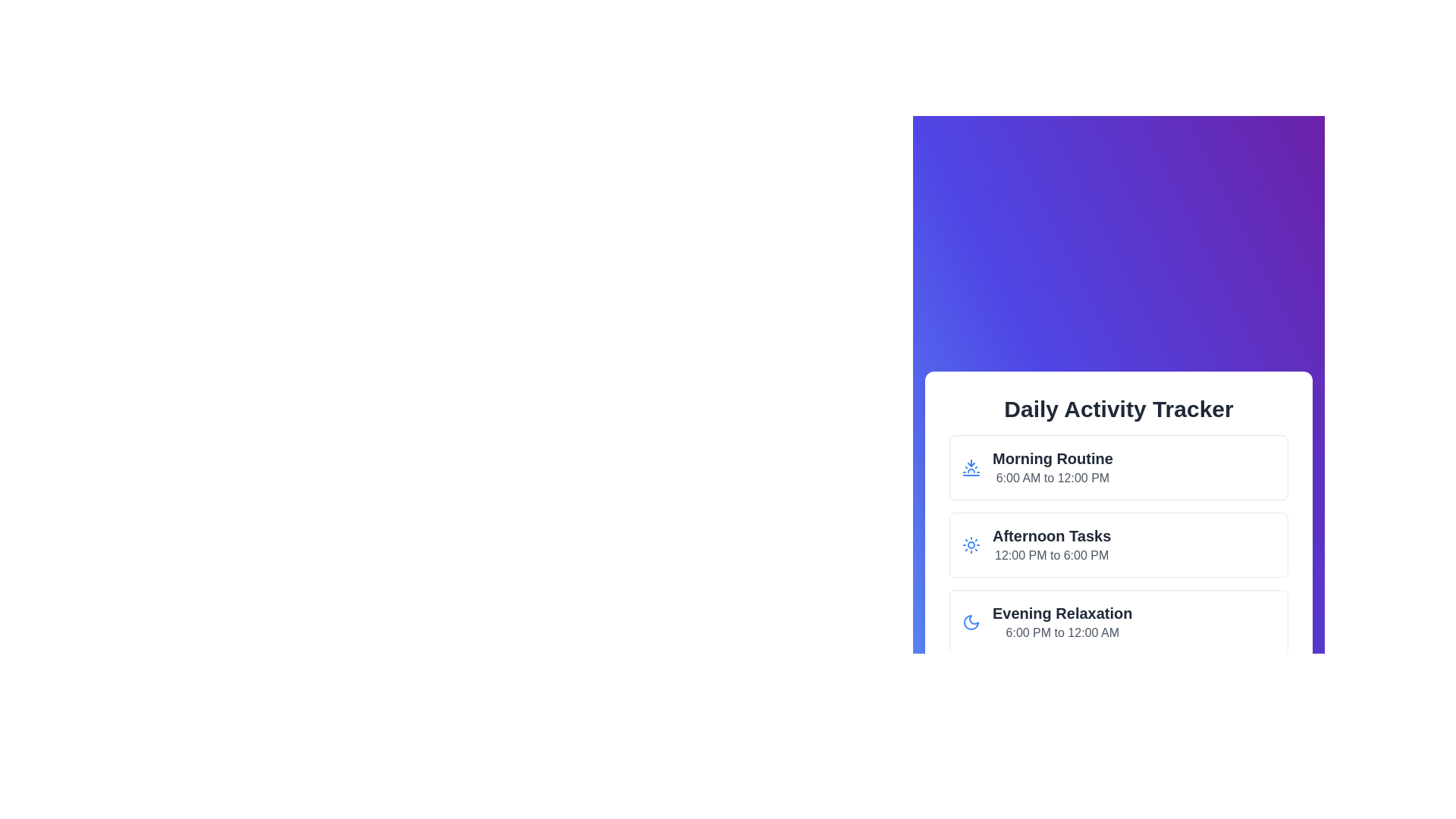 This screenshot has width=1456, height=819. I want to click on the 'Morning Routine' informational card located at the top of the list within the 'Daily Activity Tracker', so click(1119, 467).